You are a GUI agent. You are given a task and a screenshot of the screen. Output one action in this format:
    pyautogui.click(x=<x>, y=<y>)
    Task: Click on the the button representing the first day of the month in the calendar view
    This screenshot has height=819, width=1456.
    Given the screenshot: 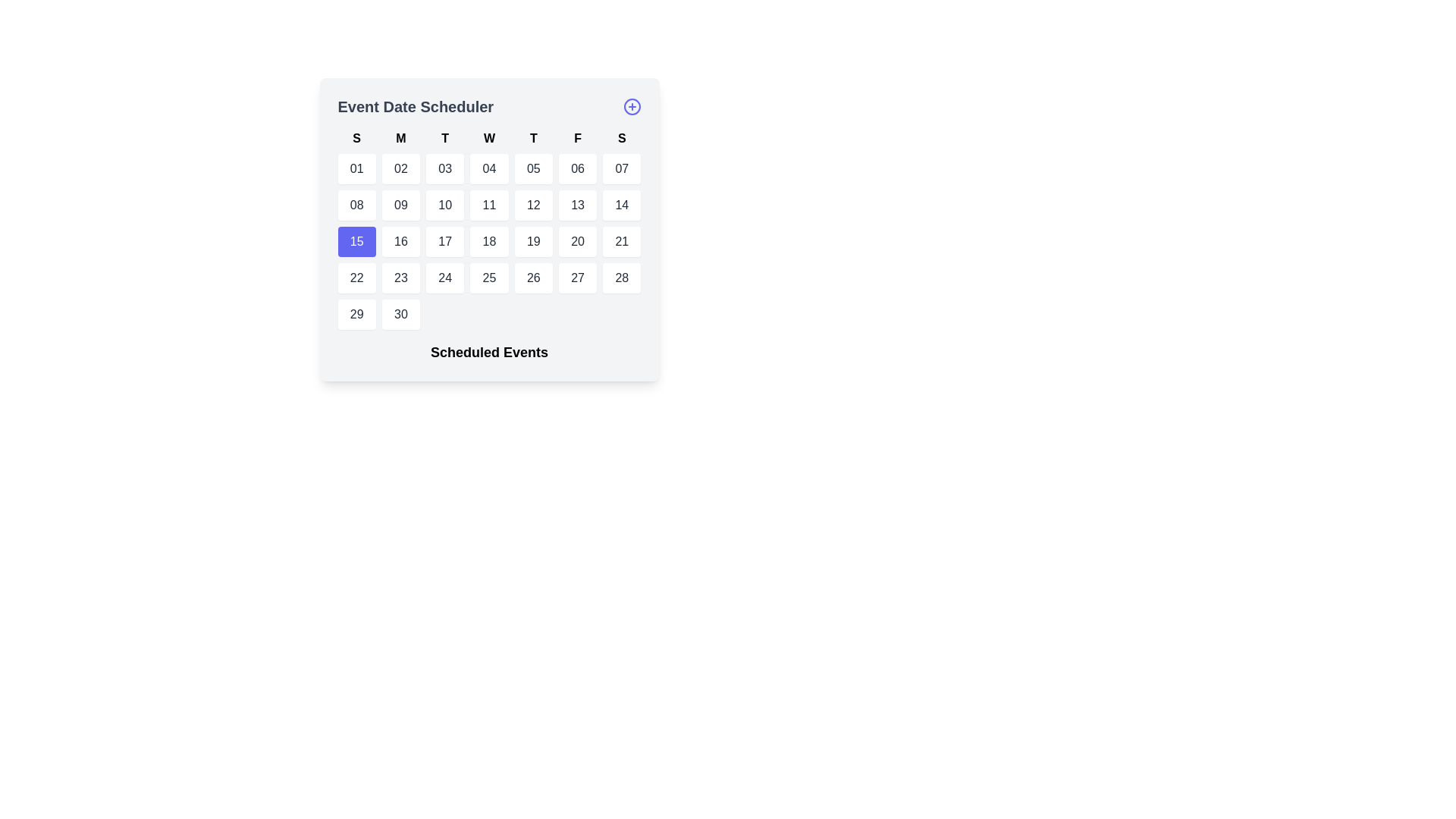 What is the action you would take?
    pyautogui.click(x=356, y=169)
    